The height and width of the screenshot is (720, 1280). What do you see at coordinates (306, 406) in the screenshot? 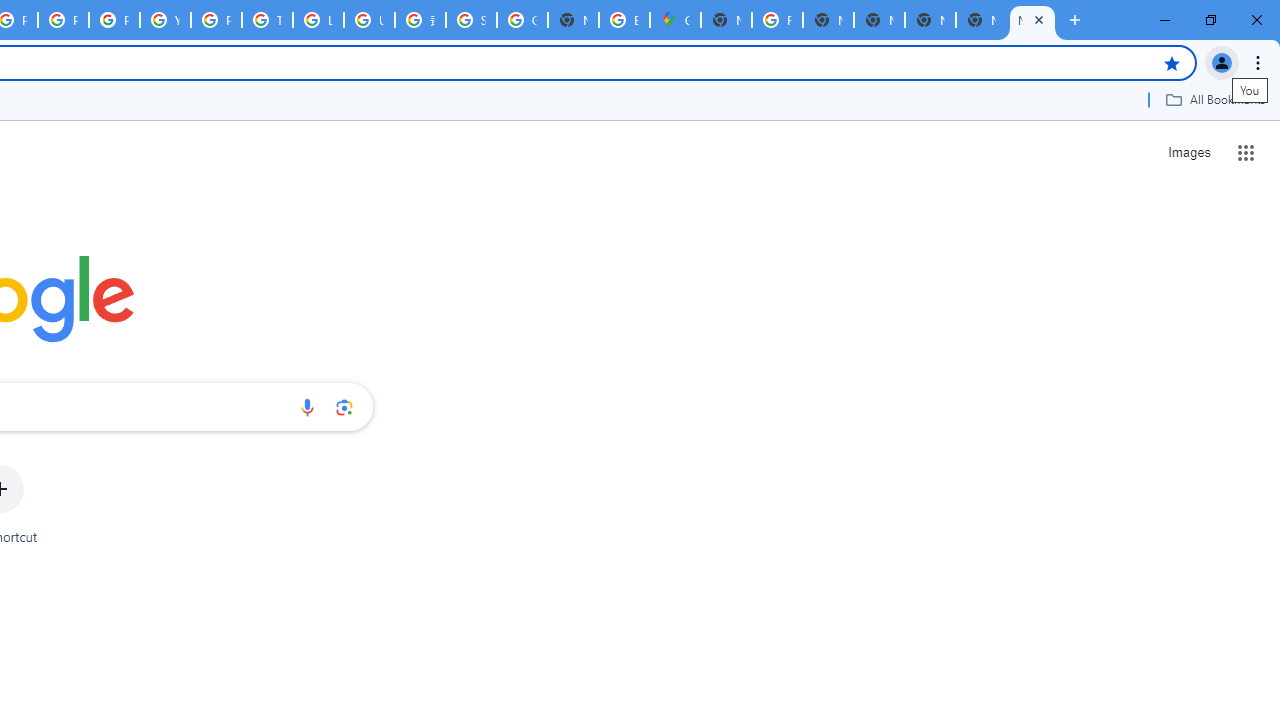
I see `'Search by voice'` at bounding box center [306, 406].